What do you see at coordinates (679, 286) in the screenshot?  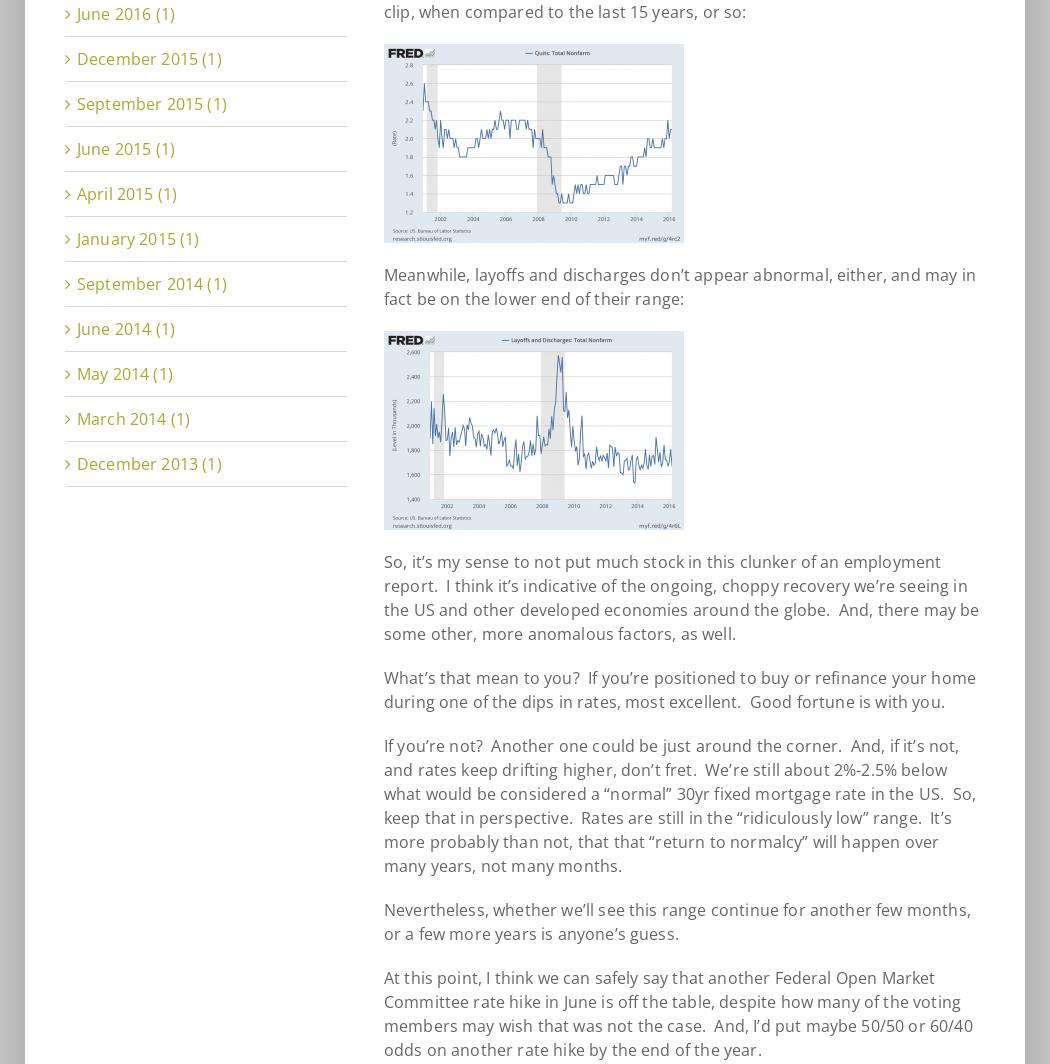 I see `'Meanwhile, layoffs and discharges don’t appear abnormal, either, and may in fact be on the lower end of their range:'` at bounding box center [679, 286].